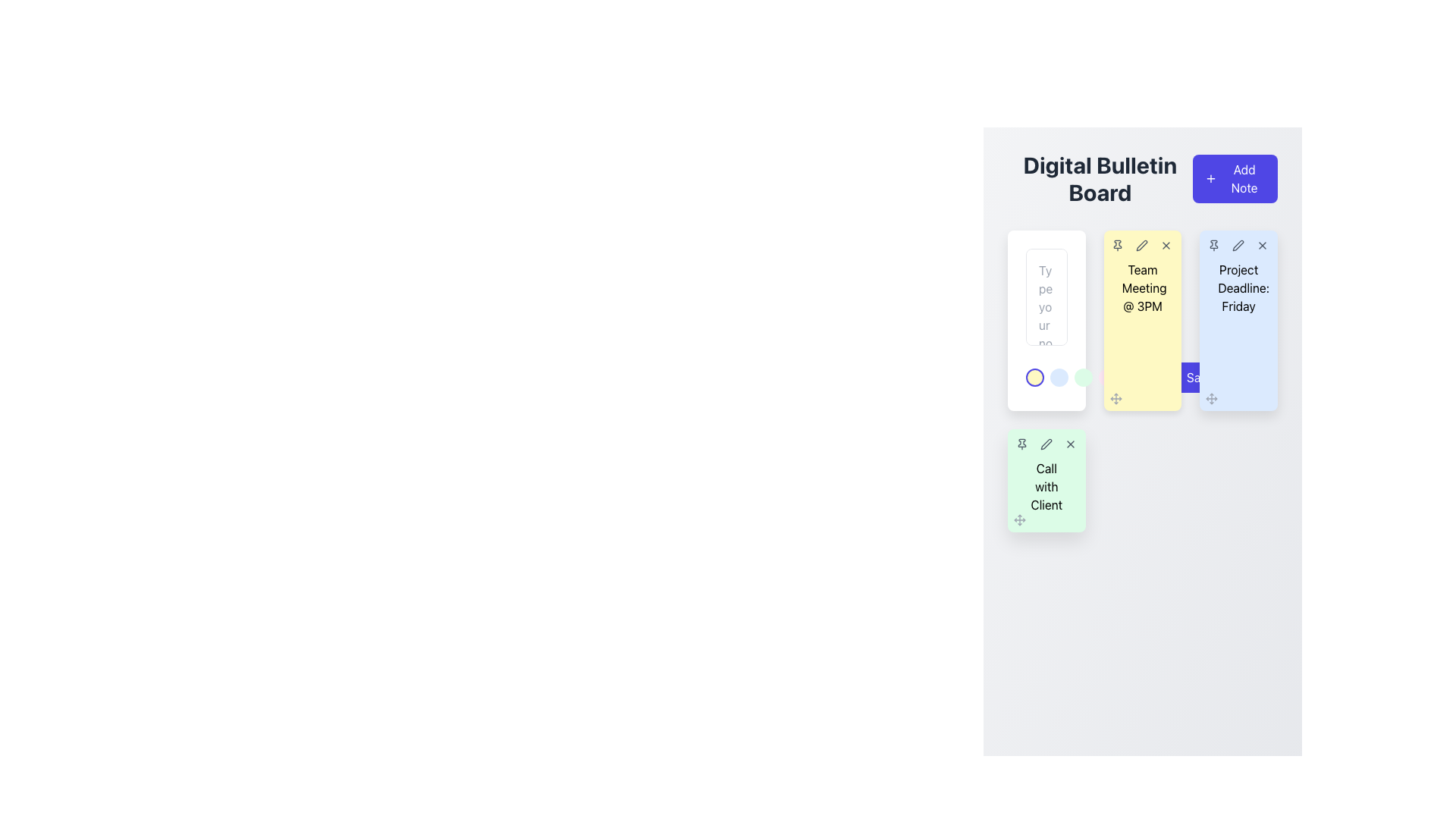 The width and height of the screenshot is (1456, 819). What do you see at coordinates (1143, 288) in the screenshot?
I see `the text label displaying 'Team Meeting @ 3PM' which is prominently placed on a light yellow card in the notes board layout` at bounding box center [1143, 288].